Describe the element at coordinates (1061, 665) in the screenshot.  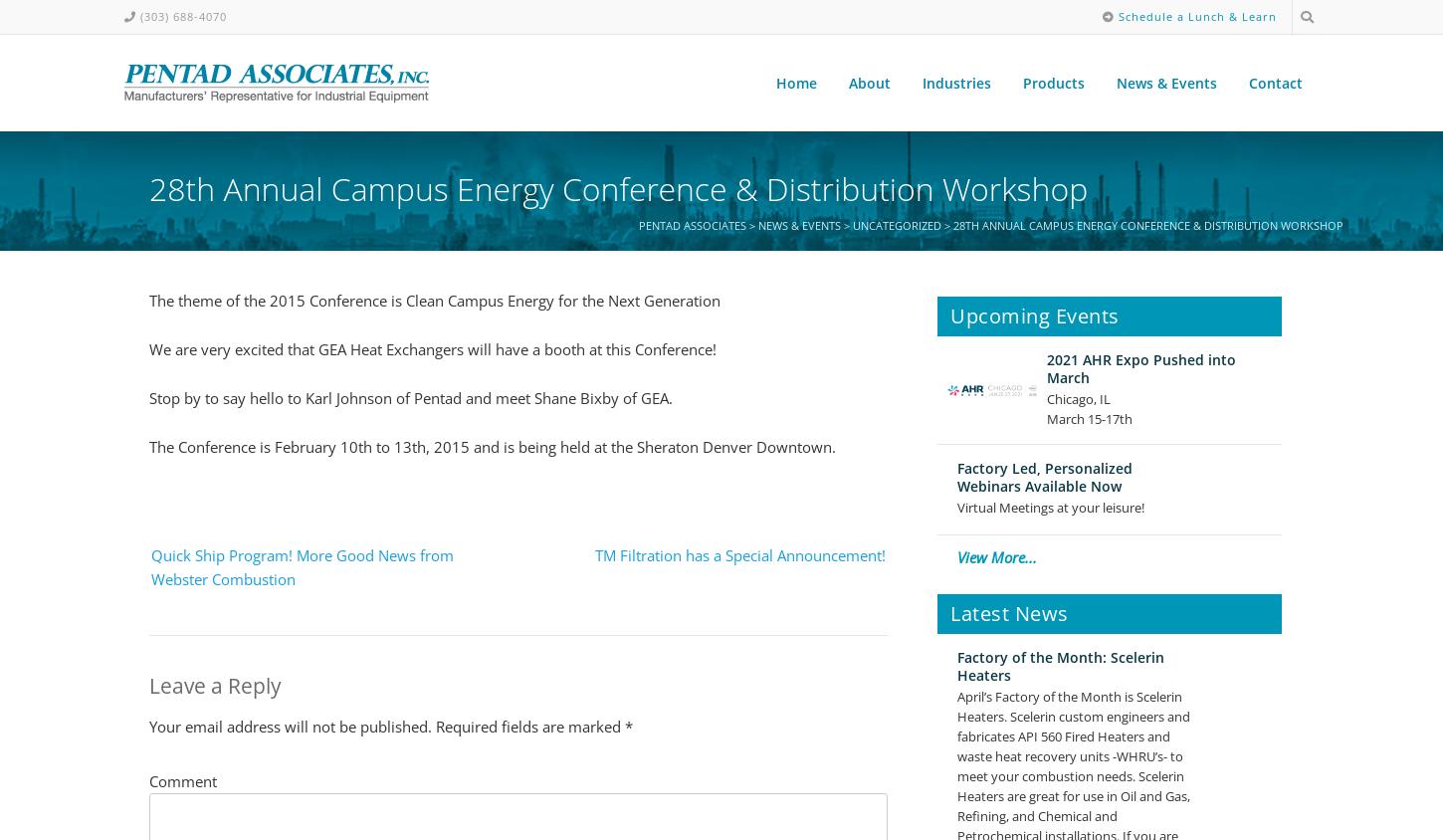
I see `'Factory of the Month: Scelerin Heaters'` at that location.